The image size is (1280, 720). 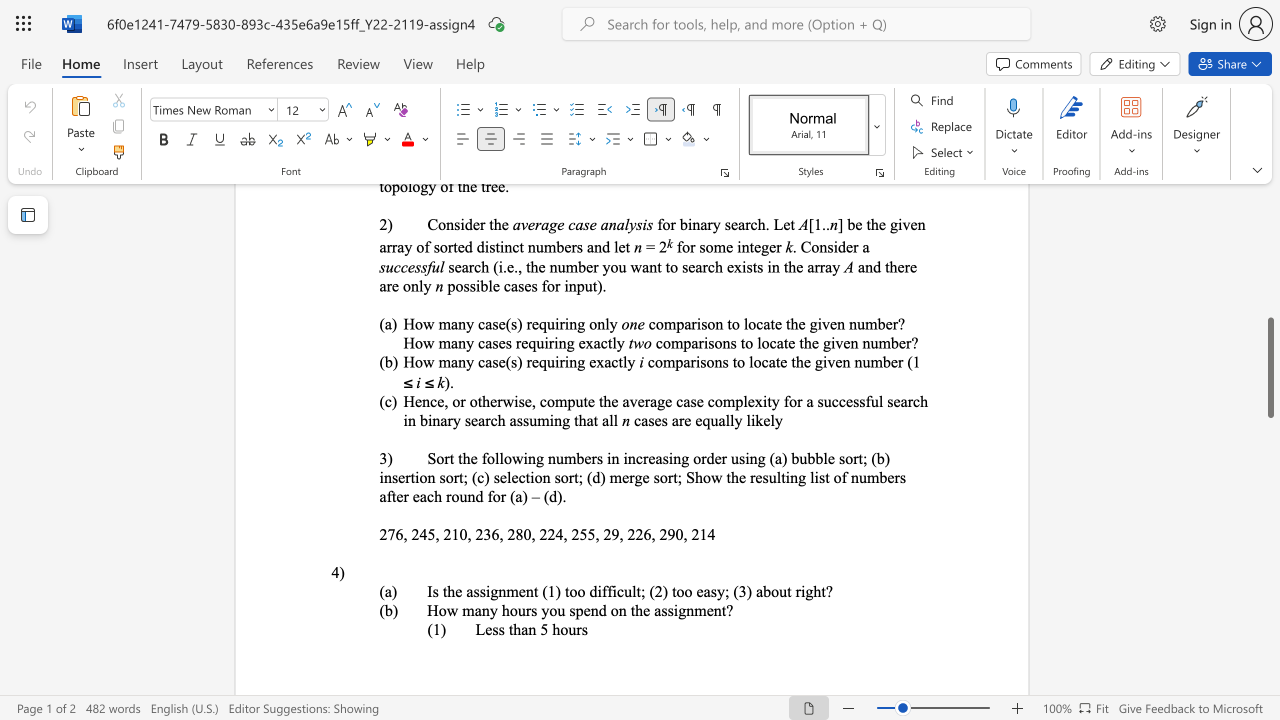 I want to click on the subset text "oo difficult; (2) too ea" within the text "Is the assignment (1) too difficult; (2) too easy; (3) about right?", so click(x=568, y=590).